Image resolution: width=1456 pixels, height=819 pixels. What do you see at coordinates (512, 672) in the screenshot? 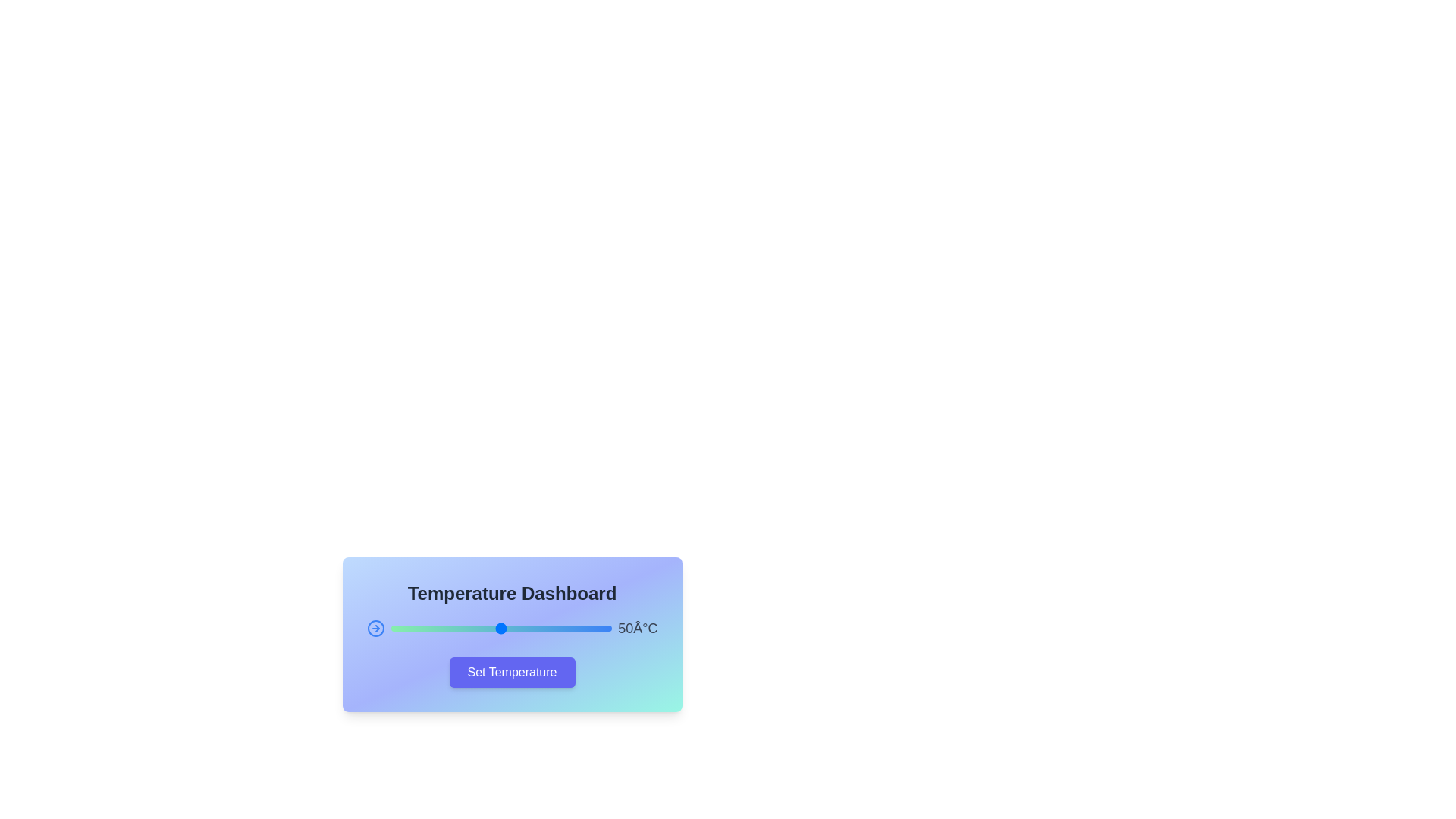
I see `'Set Temperature' button to confirm the selected temperature` at bounding box center [512, 672].